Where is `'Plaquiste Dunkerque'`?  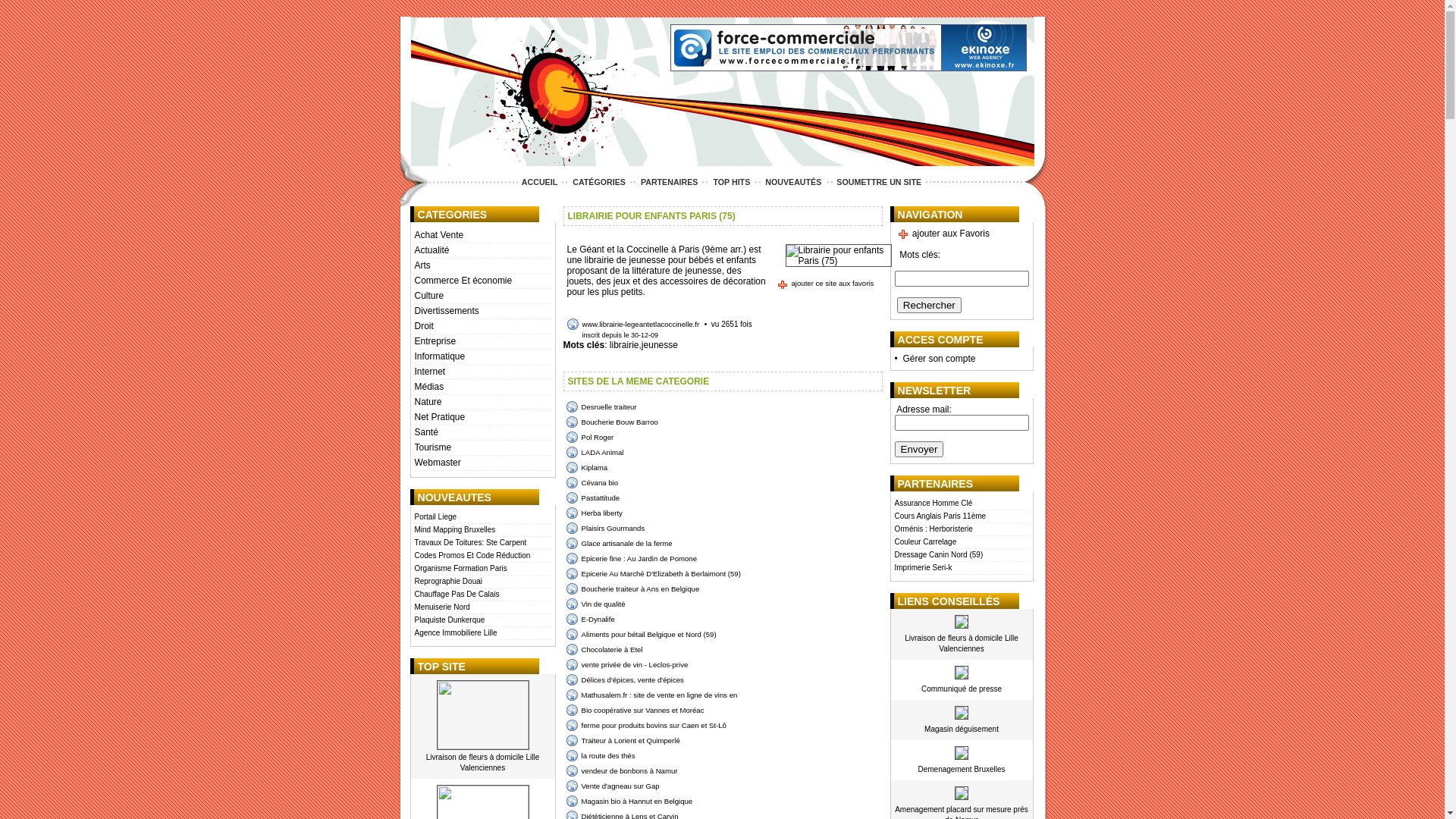
'Plaquiste Dunkerque' is located at coordinates (414, 620).